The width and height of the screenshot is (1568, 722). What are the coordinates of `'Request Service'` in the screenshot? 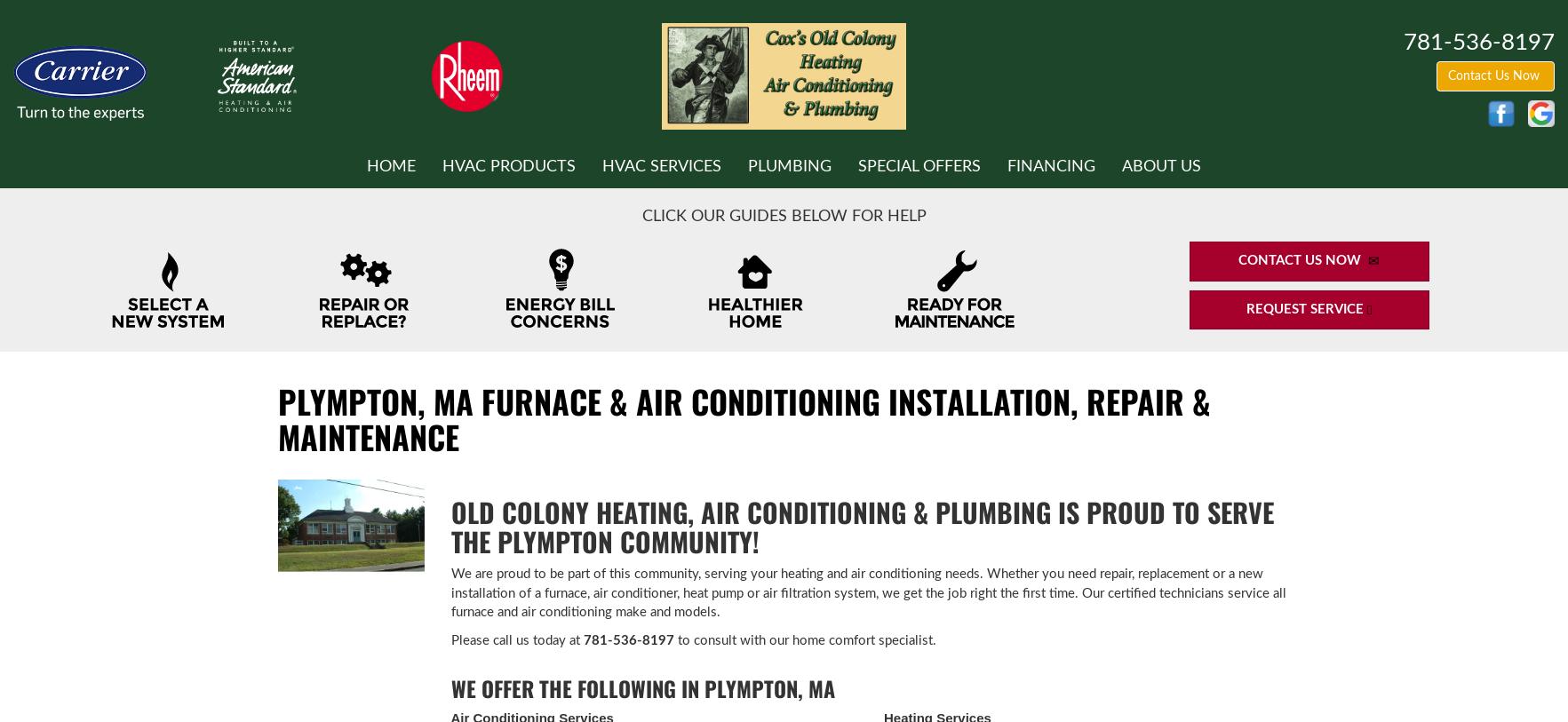 It's located at (1246, 307).